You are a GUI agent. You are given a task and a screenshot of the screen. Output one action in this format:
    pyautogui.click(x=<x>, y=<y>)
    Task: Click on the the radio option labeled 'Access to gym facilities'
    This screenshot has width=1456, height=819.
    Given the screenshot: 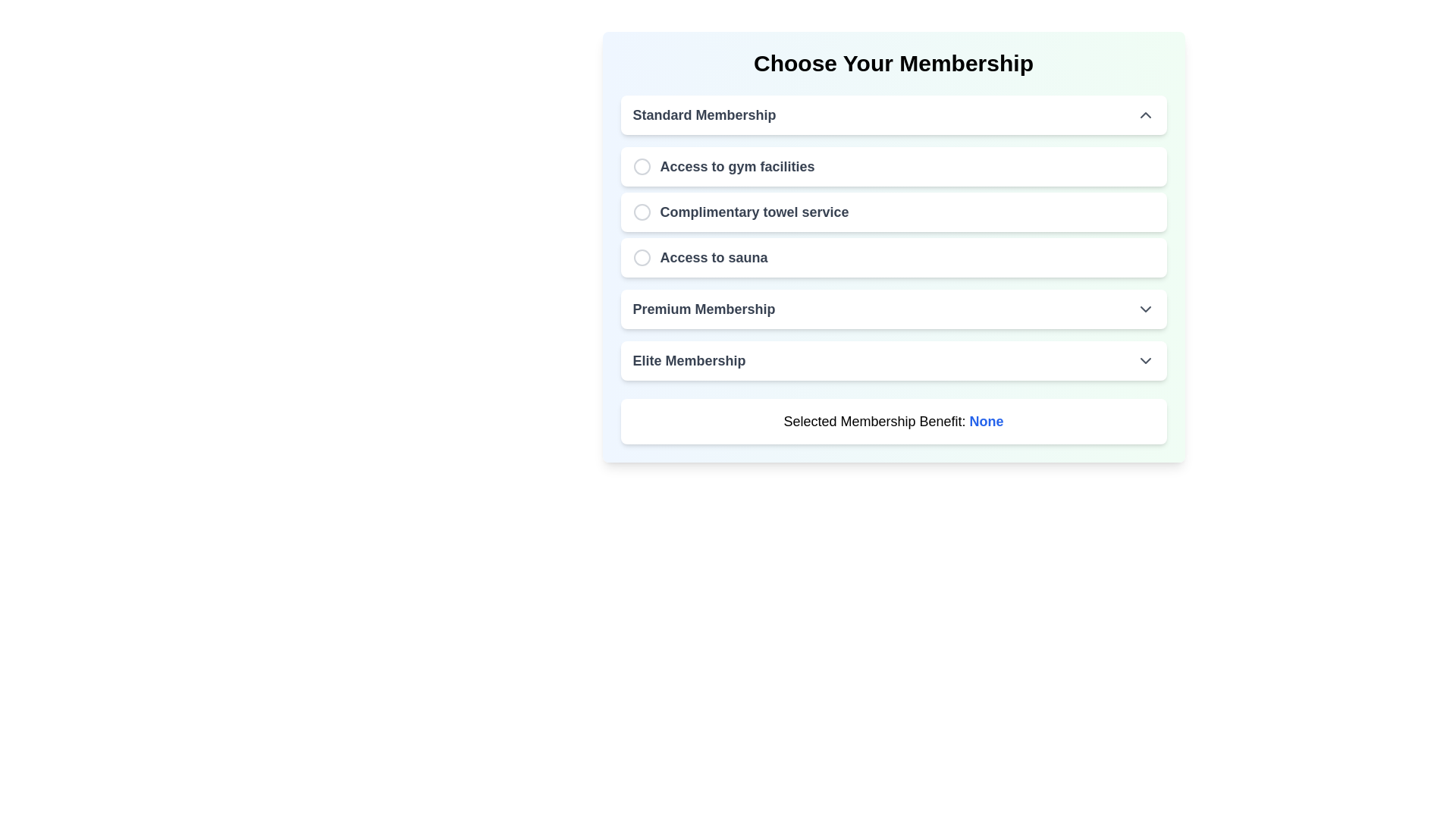 What is the action you would take?
    pyautogui.click(x=893, y=166)
    